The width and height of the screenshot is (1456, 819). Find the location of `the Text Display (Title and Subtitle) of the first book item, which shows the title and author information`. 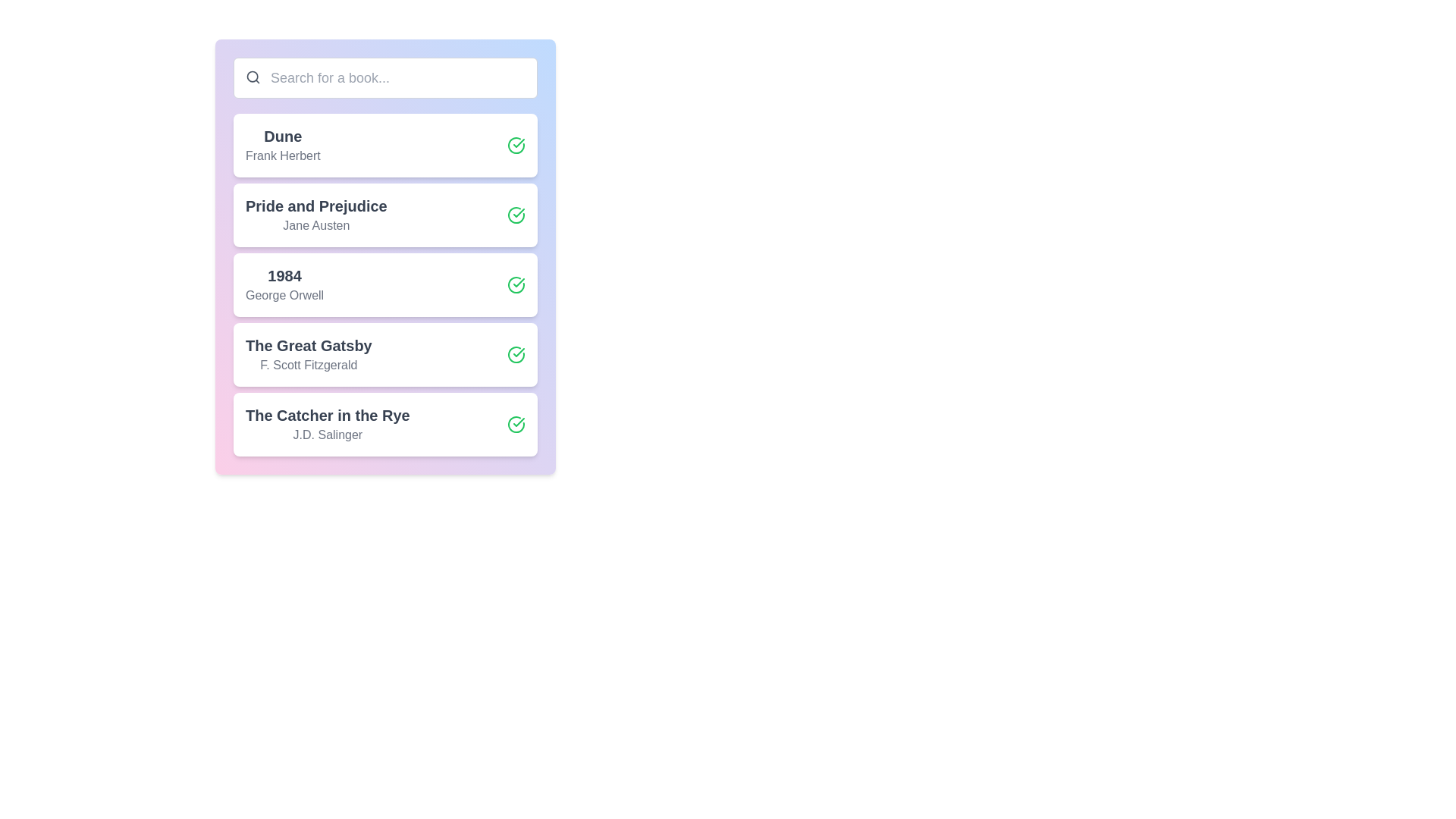

the Text Display (Title and Subtitle) of the first book item, which shows the title and author information is located at coordinates (283, 146).